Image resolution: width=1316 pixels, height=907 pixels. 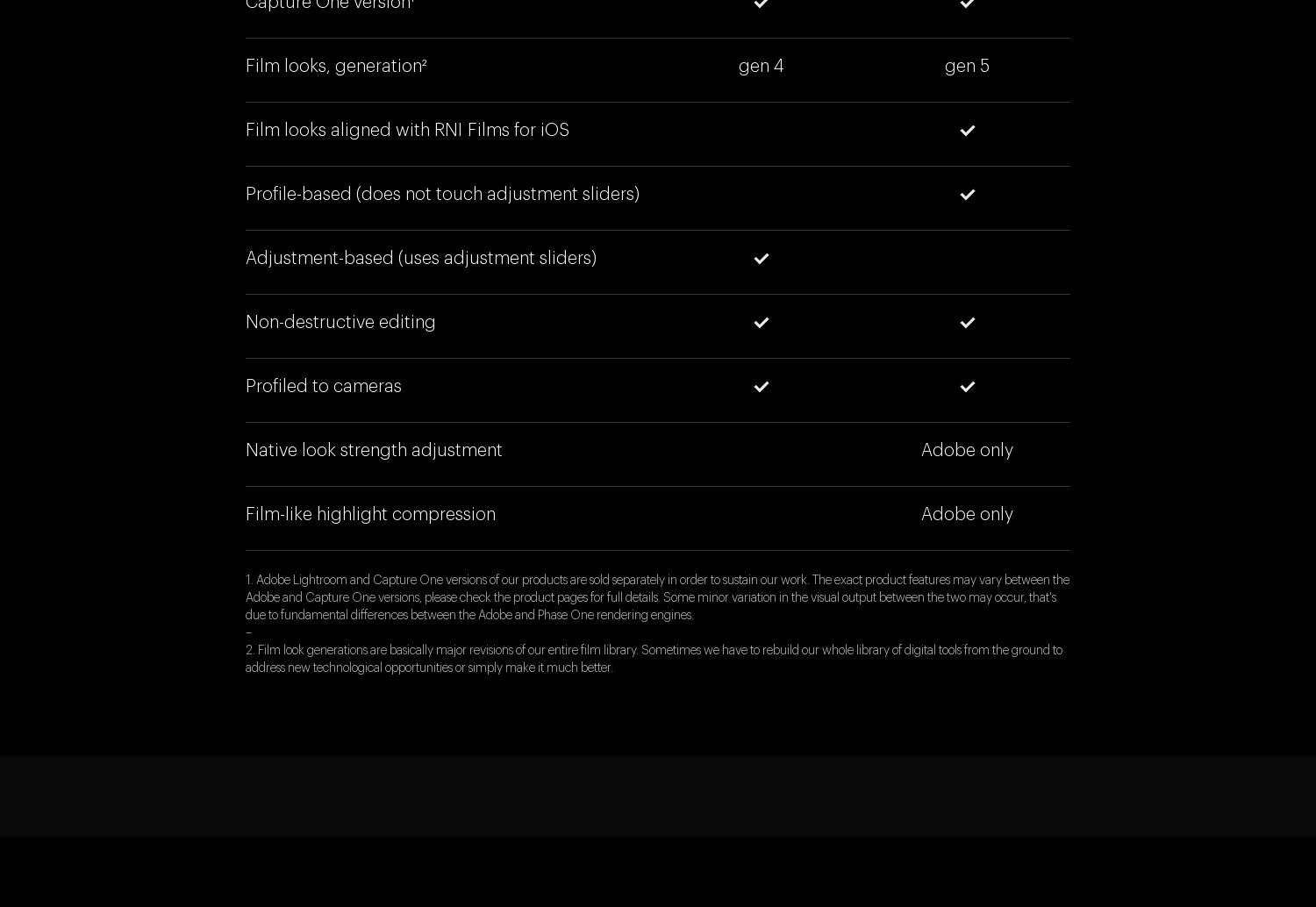 I want to click on 'Film looks, generation²', so click(x=336, y=66).